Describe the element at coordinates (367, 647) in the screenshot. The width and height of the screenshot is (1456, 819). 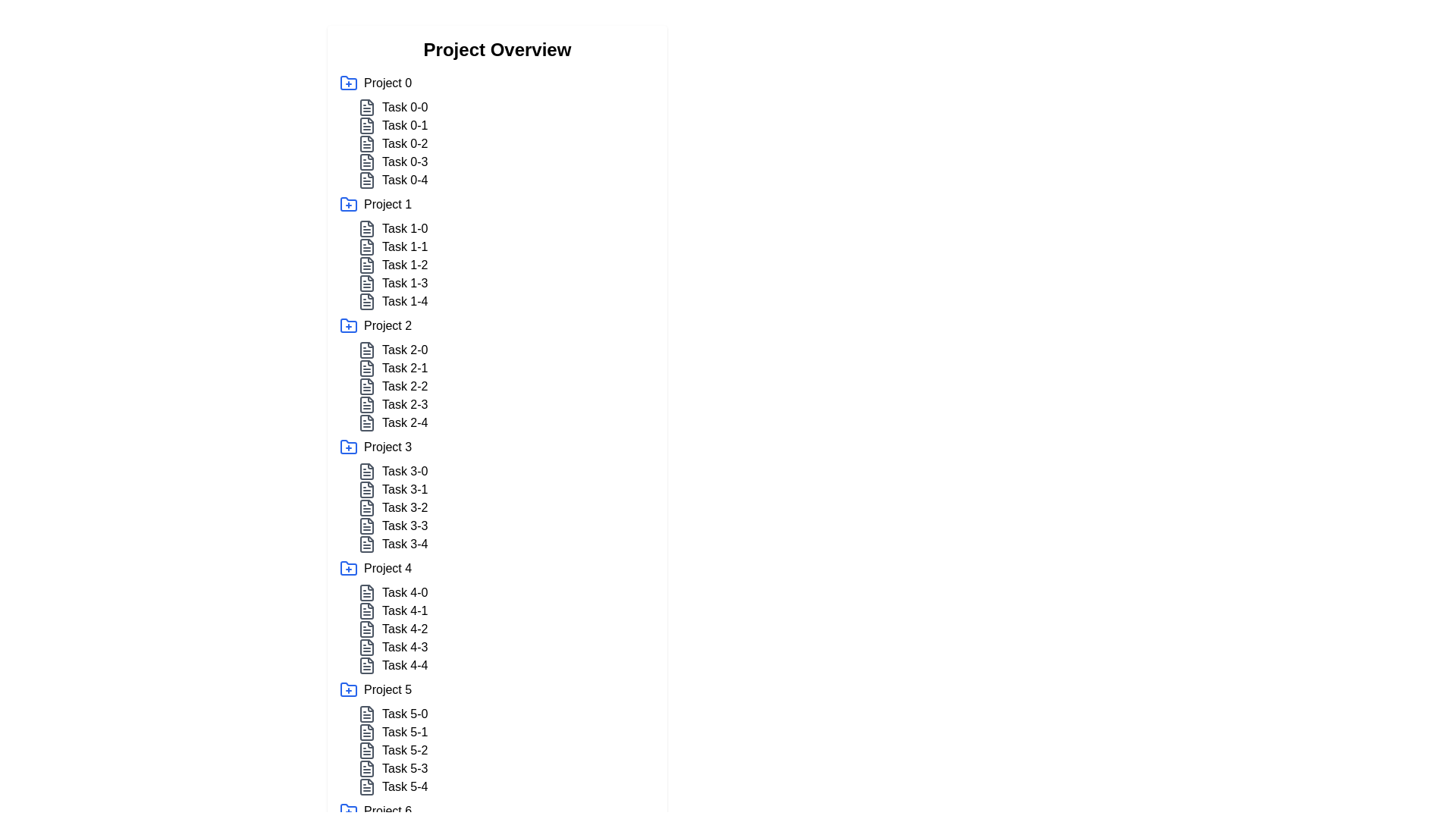
I see `the SVG icon representing a document in the fourth project section, adjacent to 'Task 4-3', for interaction` at that location.